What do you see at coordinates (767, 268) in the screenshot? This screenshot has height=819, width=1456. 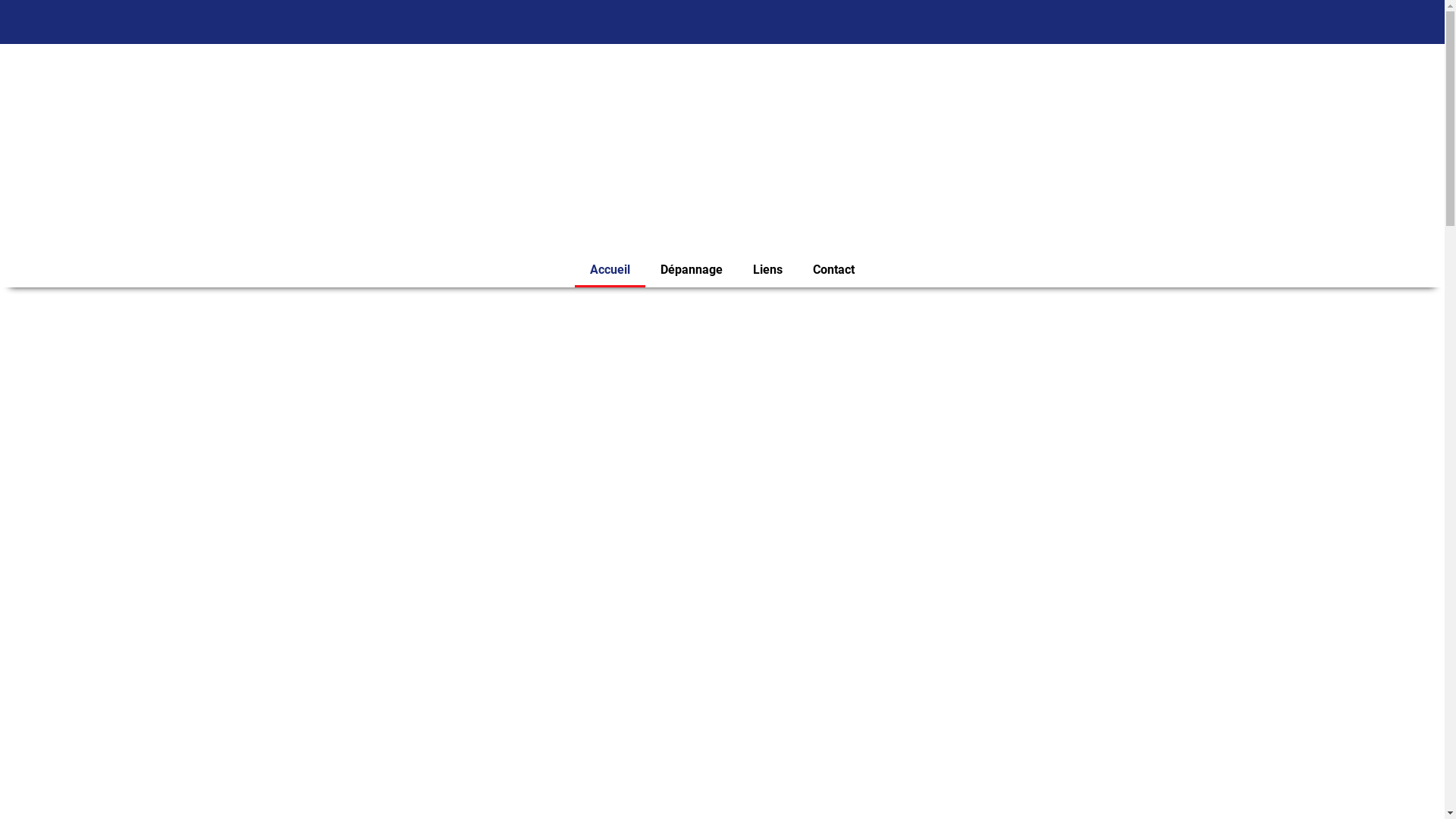 I see `'Liens'` at bounding box center [767, 268].